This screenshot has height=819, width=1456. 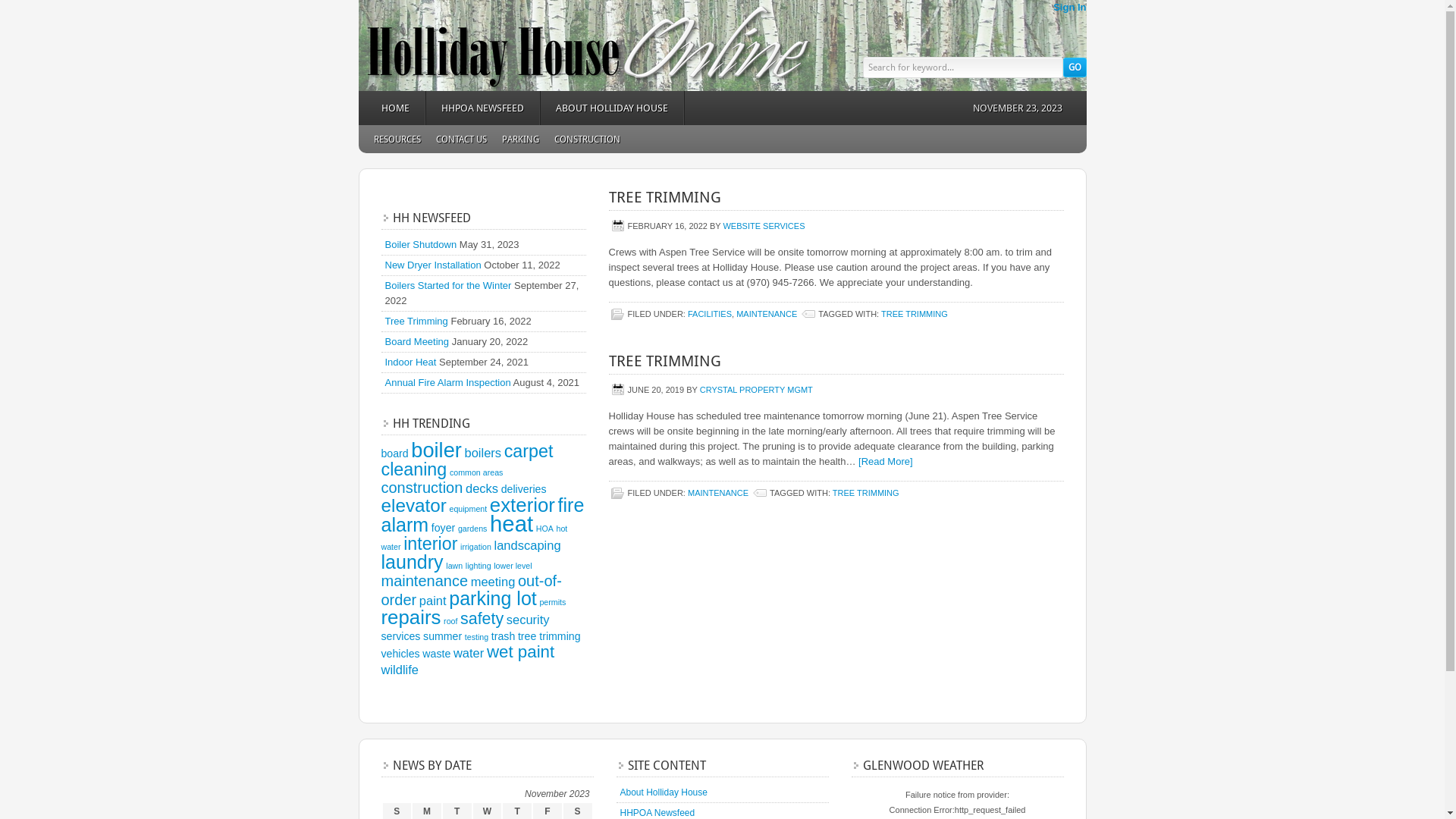 What do you see at coordinates (493, 581) in the screenshot?
I see `'meeting'` at bounding box center [493, 581].